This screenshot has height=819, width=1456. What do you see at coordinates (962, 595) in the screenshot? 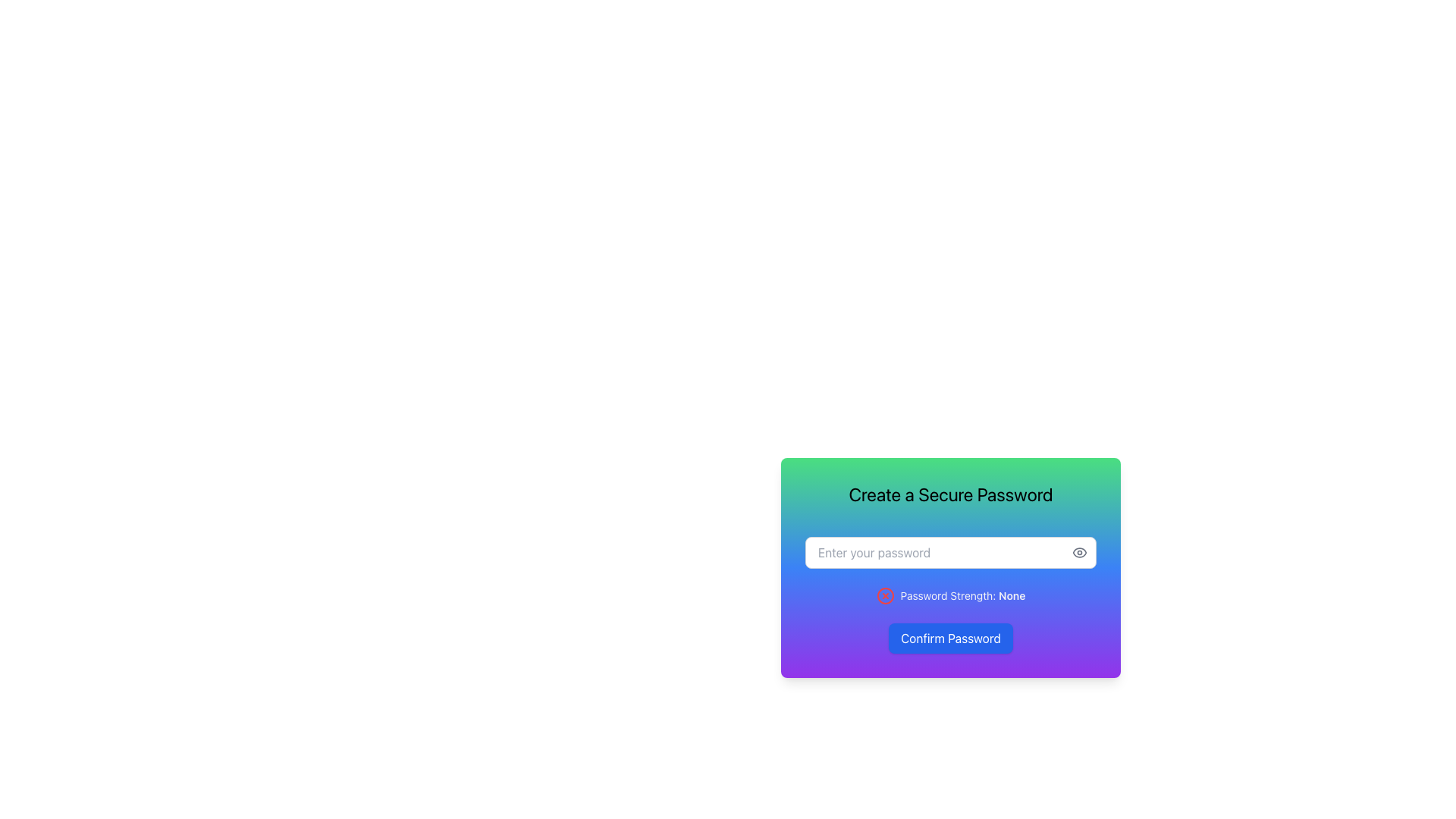
I see `the password strength indicator label located to the right and slightly below the 'Enter your password' input field, which updates dynamically based on the strength of the entered password` at bounding box center [962, 595].